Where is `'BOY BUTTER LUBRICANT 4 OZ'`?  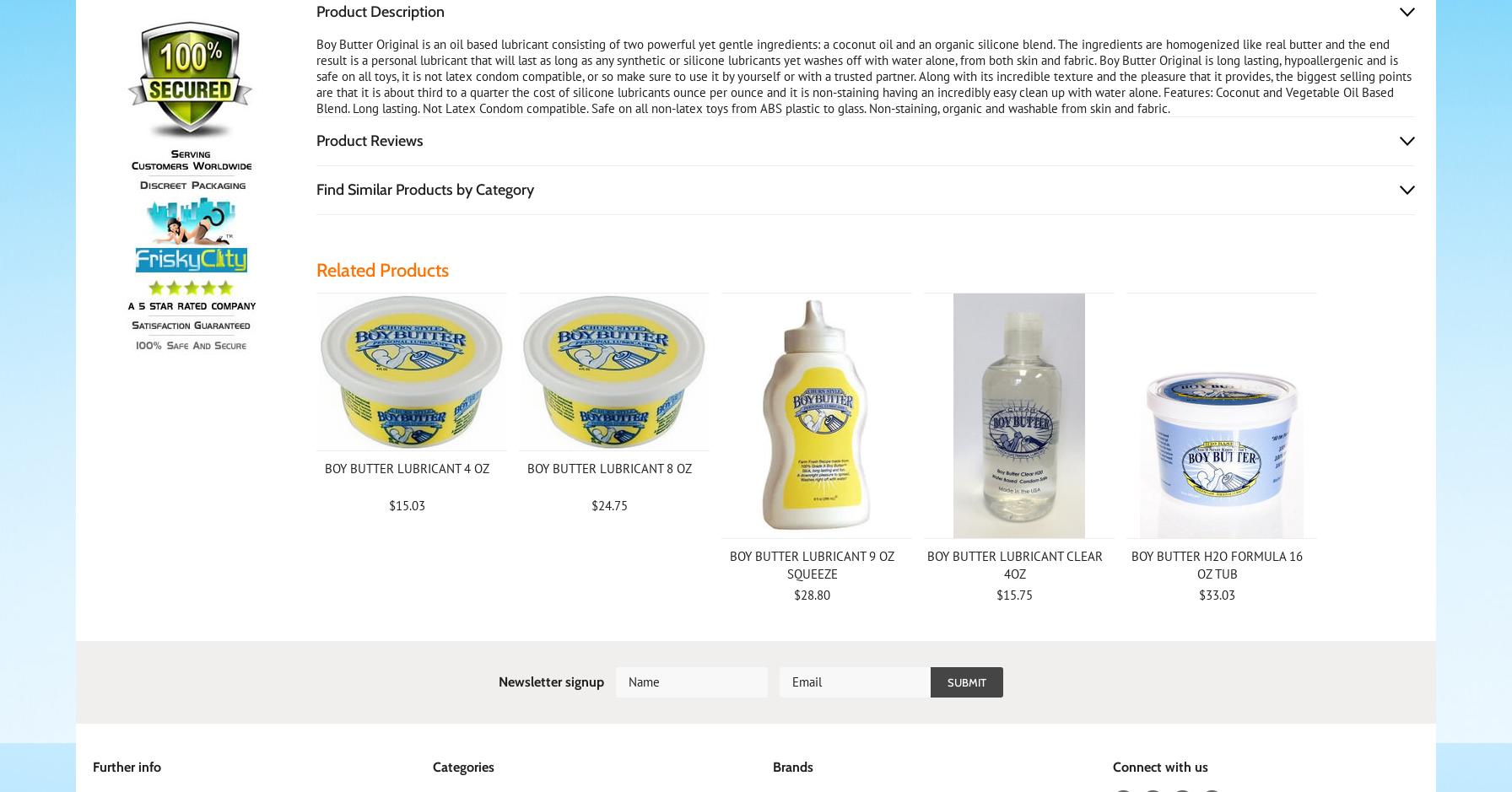 'BOY BUTTER LUBRICANT 4 OZ' is located at coordinates (407, 467).